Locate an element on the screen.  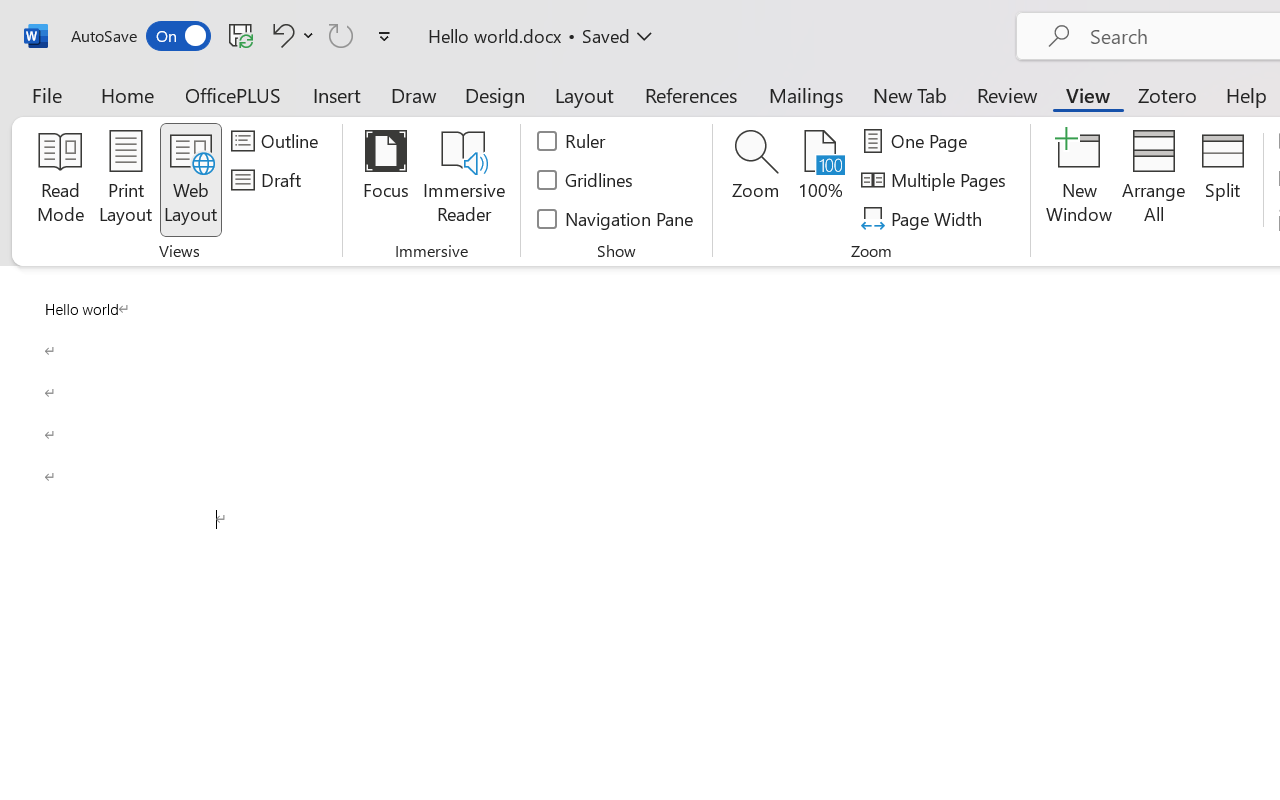
'View' is located at coordinates (1087, 94).